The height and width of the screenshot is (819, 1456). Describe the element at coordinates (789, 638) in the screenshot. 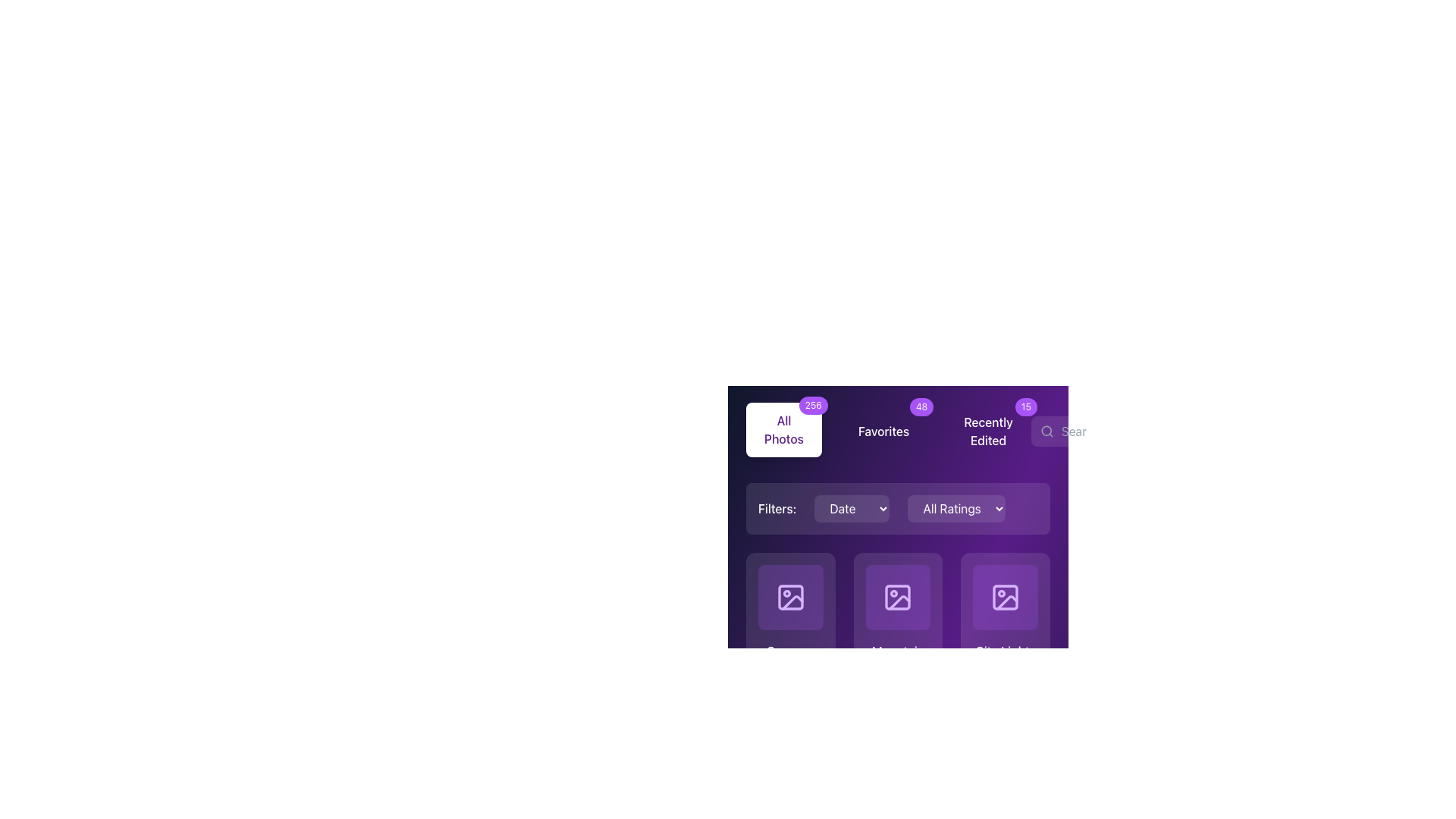

I see `the favorite button located at the bottom of the second grid card in the middle row to observe the color transition` at that location.